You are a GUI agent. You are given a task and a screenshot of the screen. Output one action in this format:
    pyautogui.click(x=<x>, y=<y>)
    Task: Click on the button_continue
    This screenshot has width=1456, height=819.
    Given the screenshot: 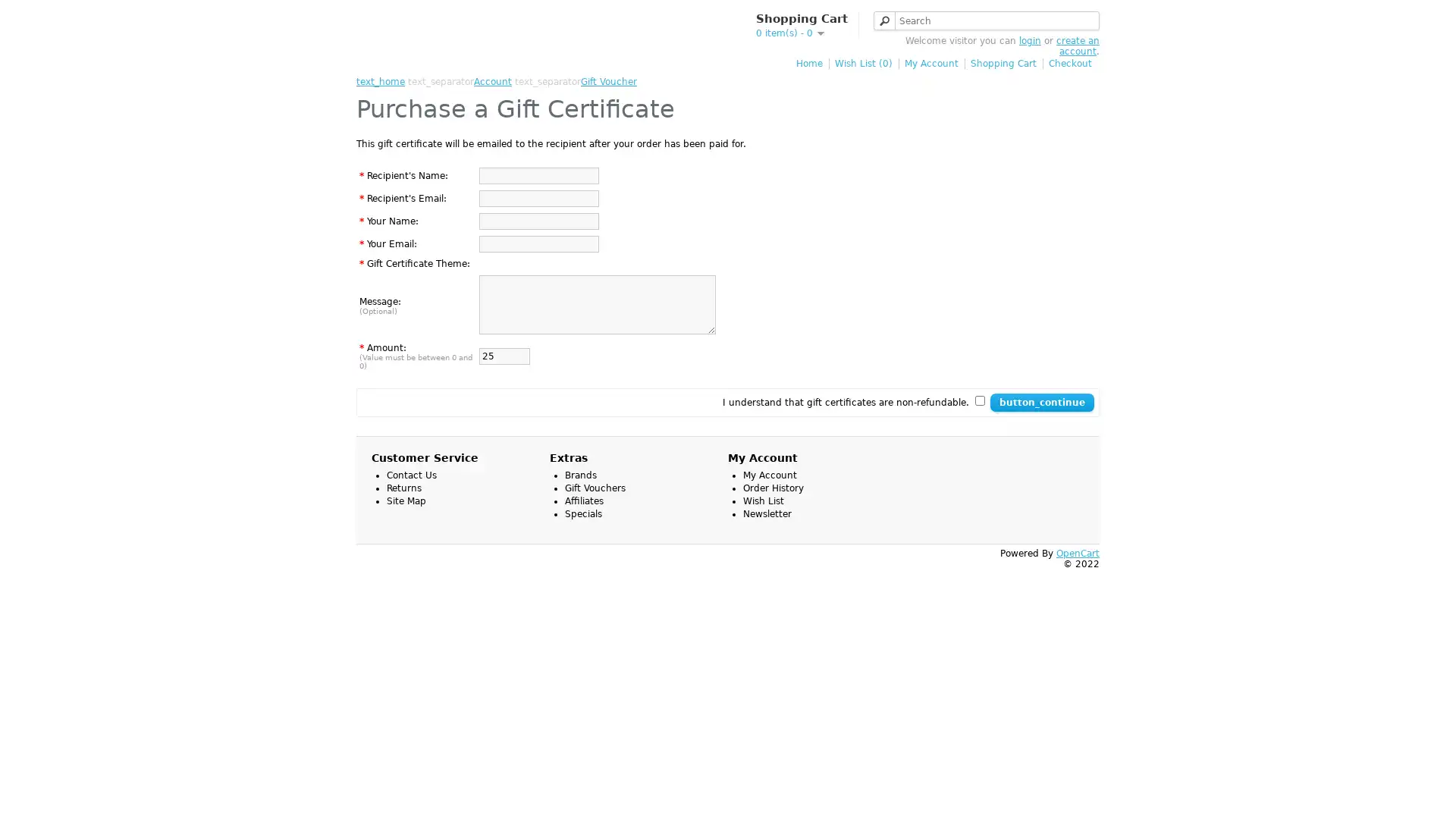 What is the action you would take?
    pyautogui.click(x=1041, y=402)
    